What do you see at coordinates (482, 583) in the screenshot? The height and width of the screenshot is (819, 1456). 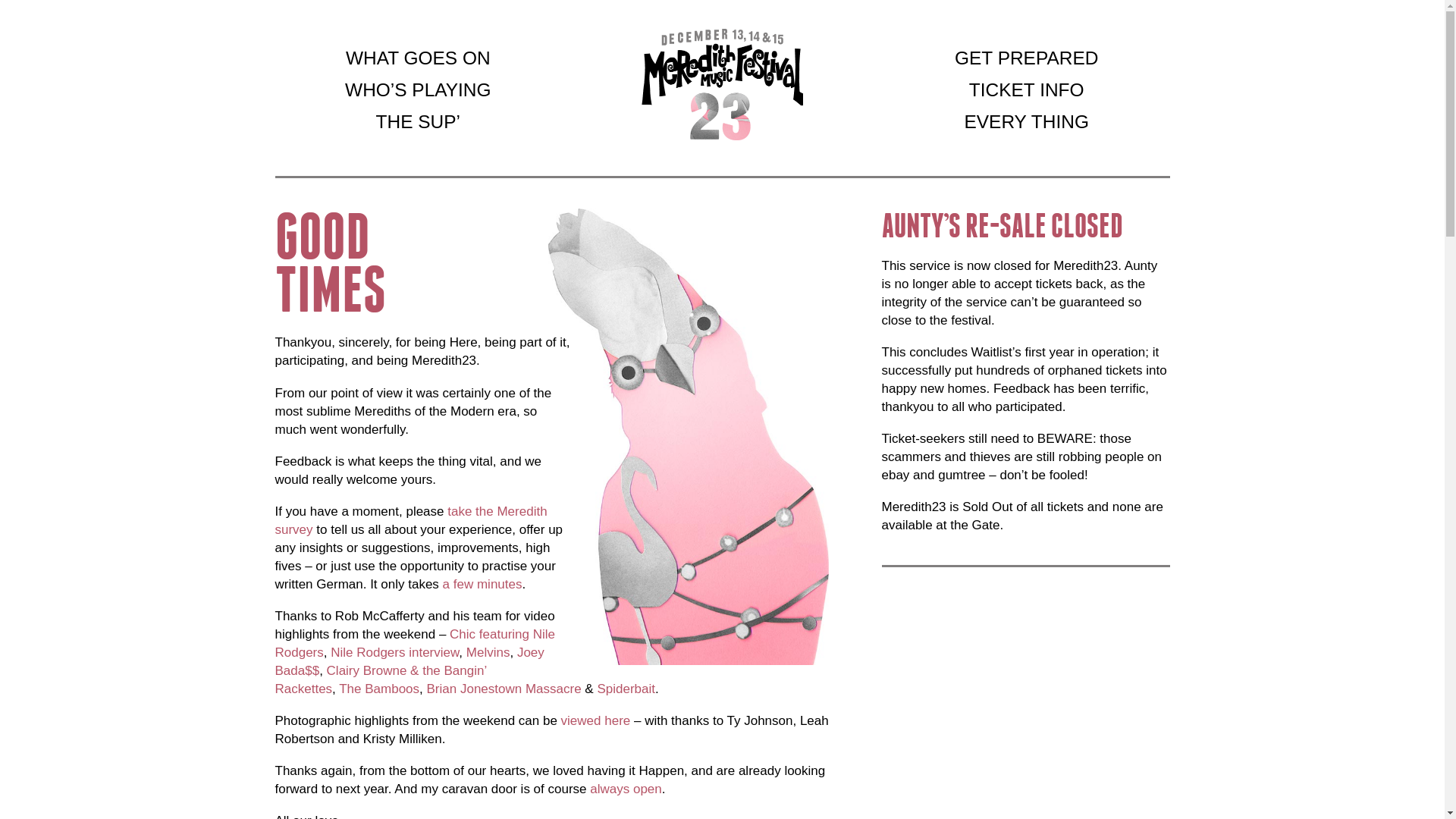 I see `'a few minutes'` at bounding box center [482, 583].